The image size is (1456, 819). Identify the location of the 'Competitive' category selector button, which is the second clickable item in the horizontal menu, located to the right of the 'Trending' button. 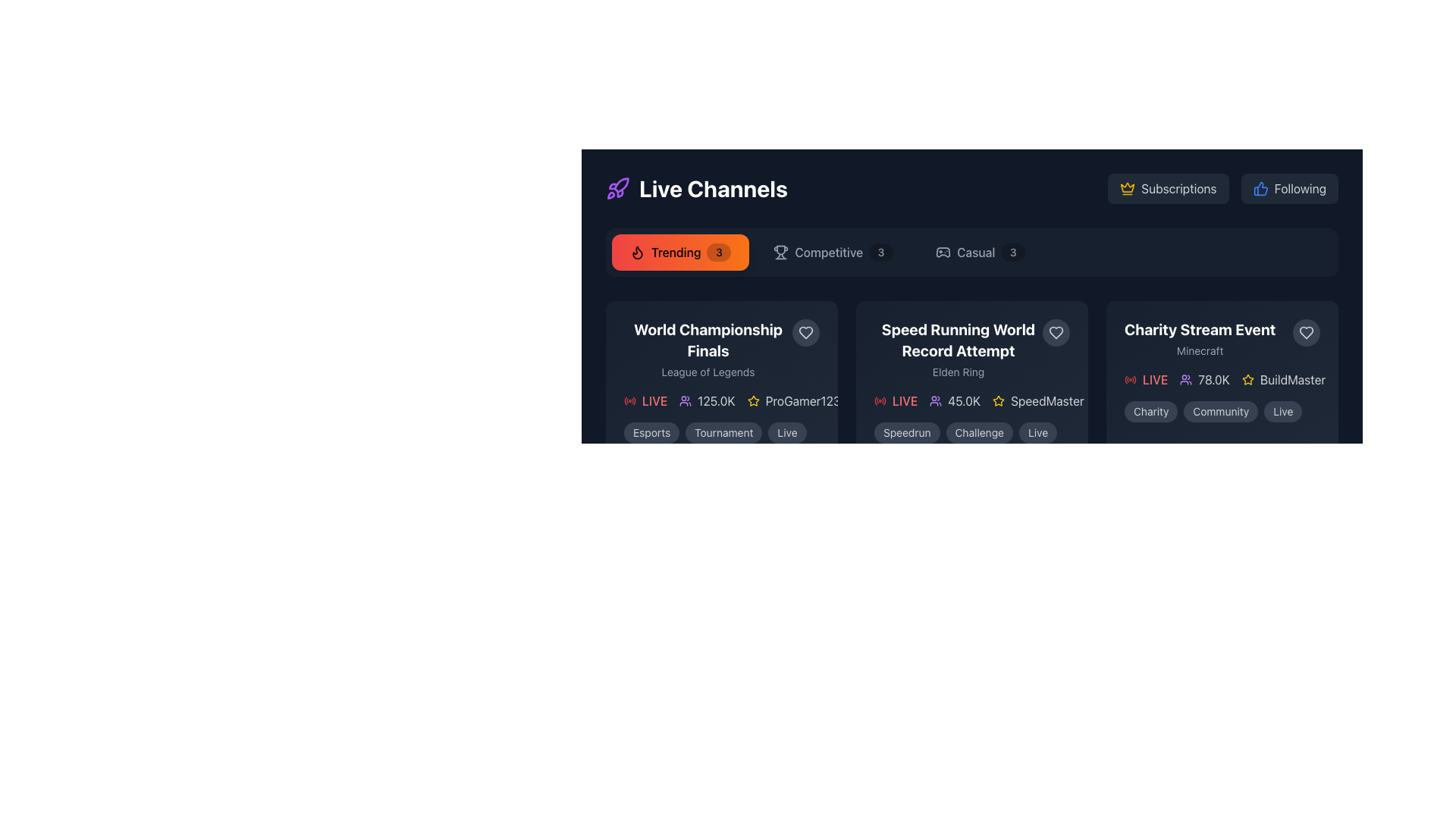
(833, 251).